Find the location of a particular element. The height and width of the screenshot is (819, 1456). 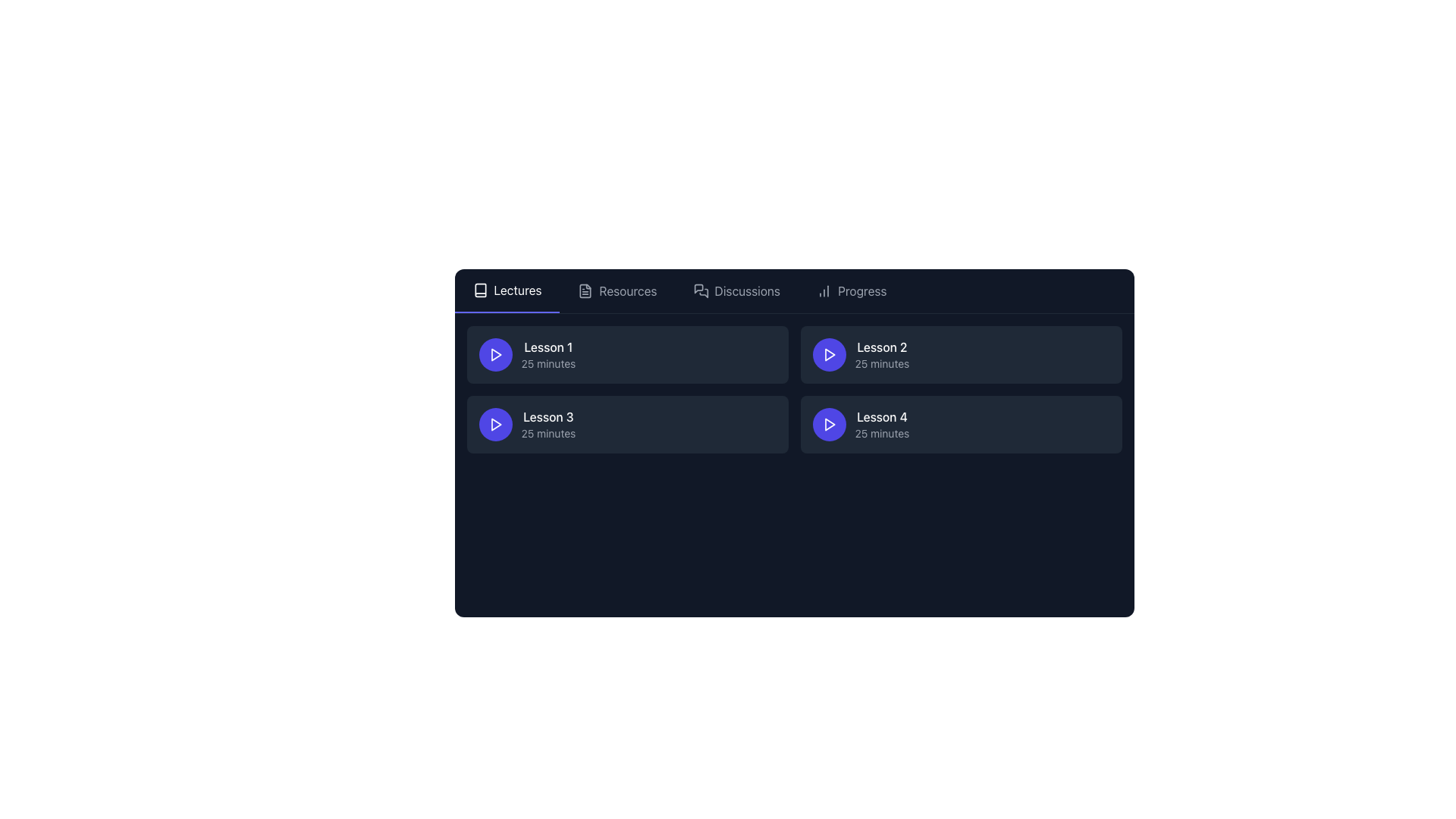

the 'Resources' tab by navigating to the icon located to the left of the text label 'Resources' in the horizontal navigation bar is located at coordinates (585, 291).